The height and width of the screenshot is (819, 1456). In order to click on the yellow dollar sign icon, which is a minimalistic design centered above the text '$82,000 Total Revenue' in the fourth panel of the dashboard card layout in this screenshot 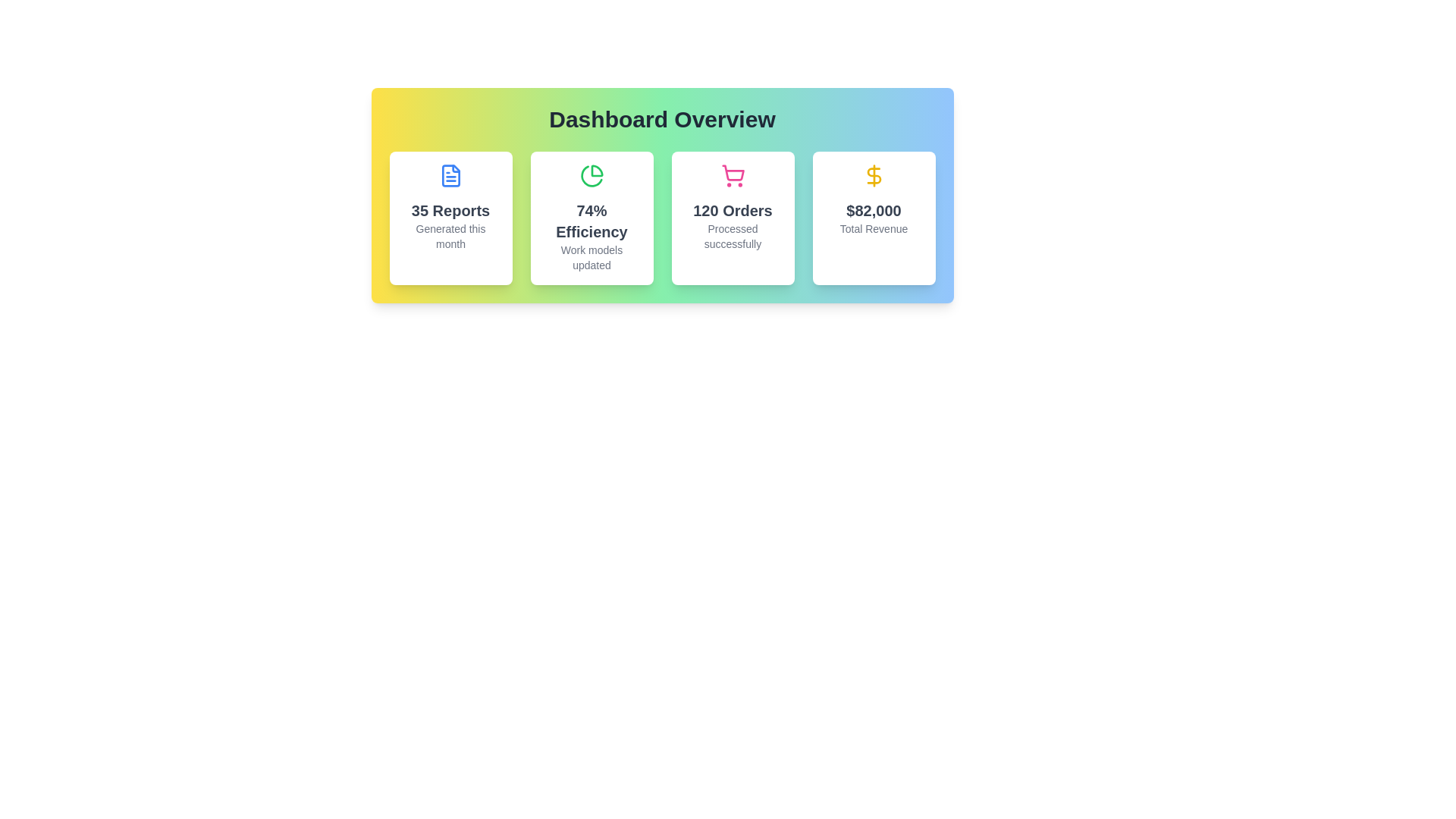, I will do `click(874, 174)`.